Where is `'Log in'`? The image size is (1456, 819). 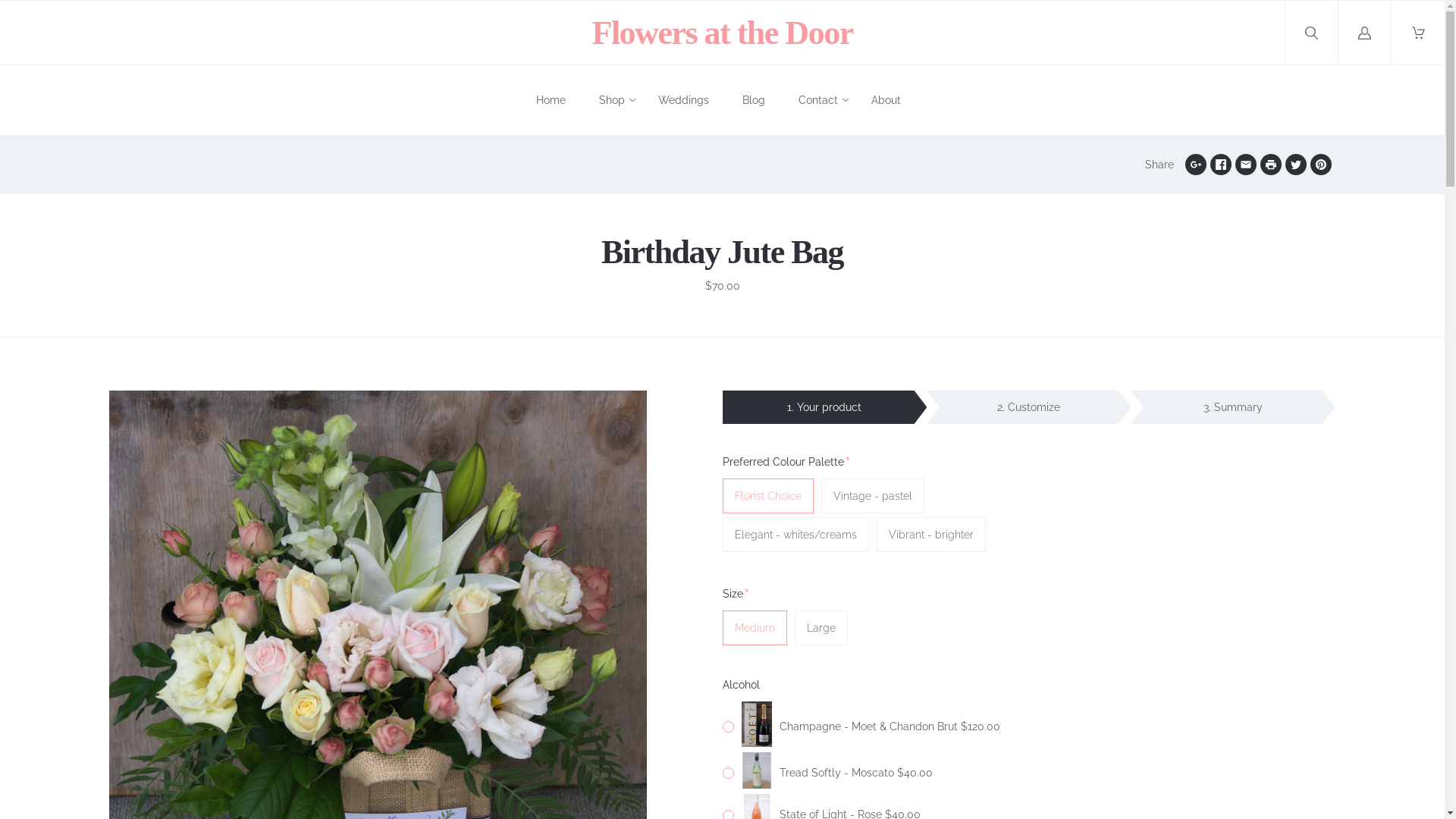
'Log in' is located at coordinates (1338, 33).